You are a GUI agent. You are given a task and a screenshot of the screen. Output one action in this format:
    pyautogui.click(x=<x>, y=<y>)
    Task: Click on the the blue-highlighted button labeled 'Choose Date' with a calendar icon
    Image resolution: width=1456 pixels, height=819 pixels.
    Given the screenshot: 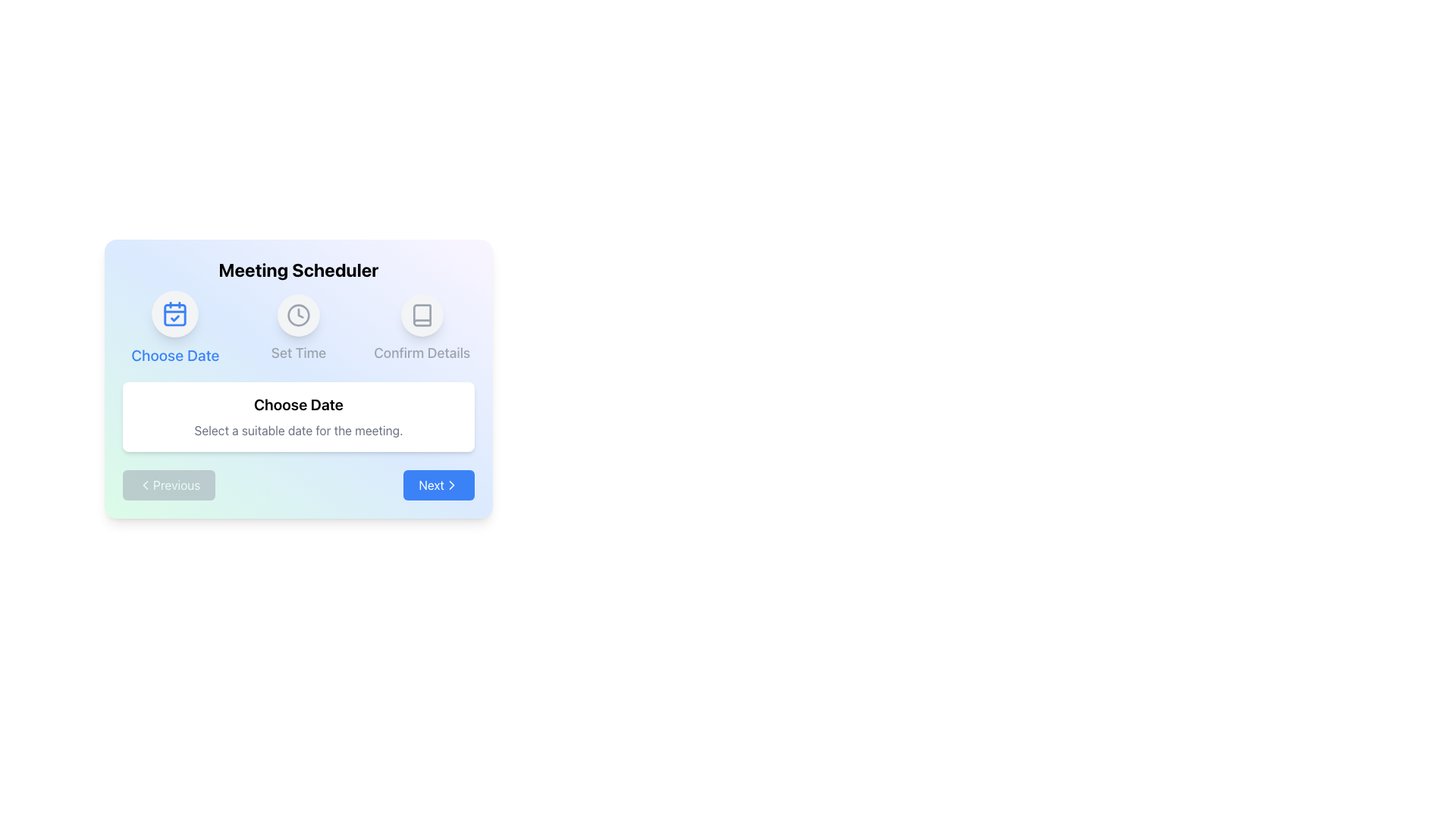 What is the action you would take?
    pyautogui.click(x=175, y=328)
    